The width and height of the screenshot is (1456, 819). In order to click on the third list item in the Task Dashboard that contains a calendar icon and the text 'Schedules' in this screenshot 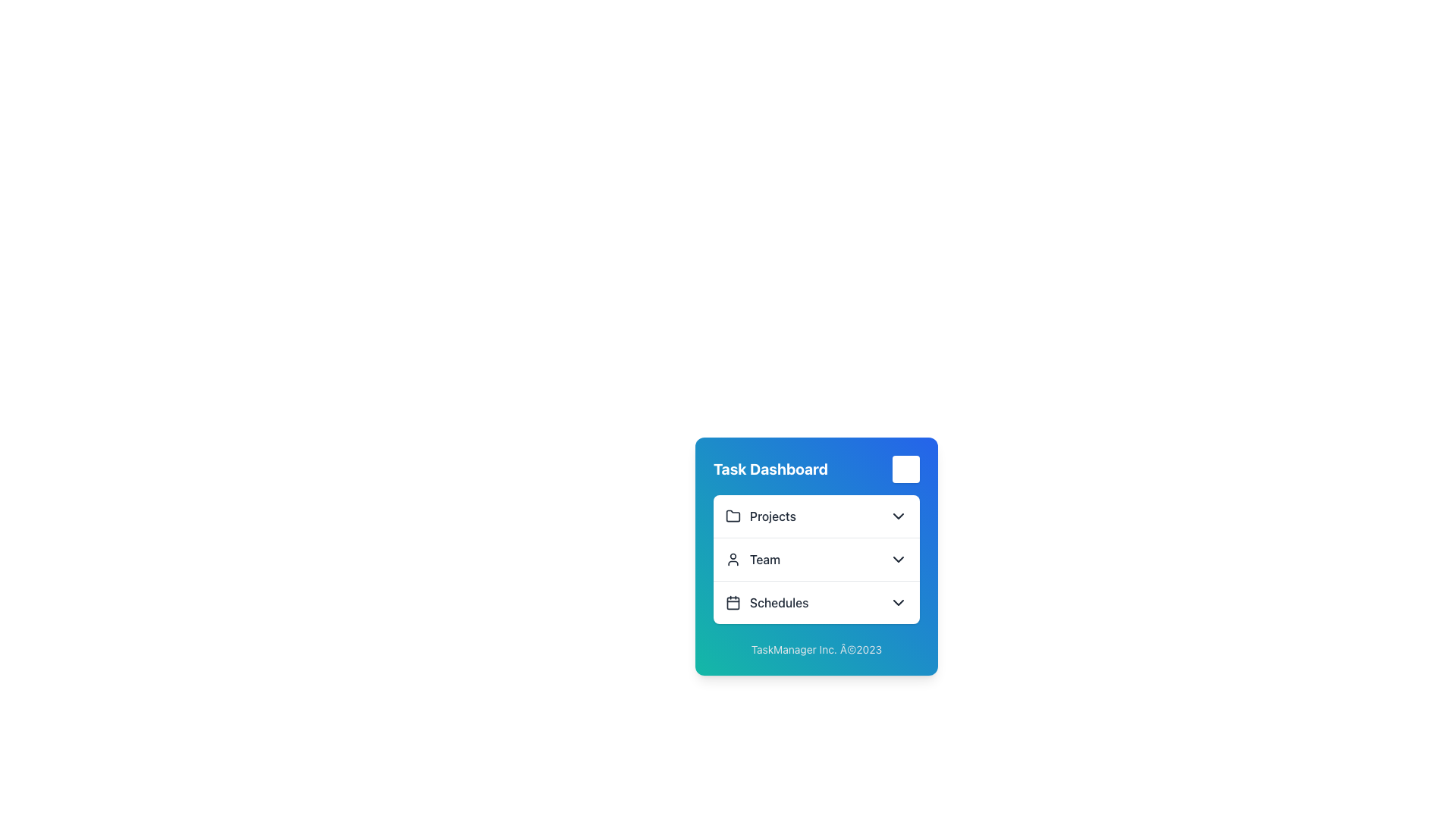, I will do `click(767, 601)`.